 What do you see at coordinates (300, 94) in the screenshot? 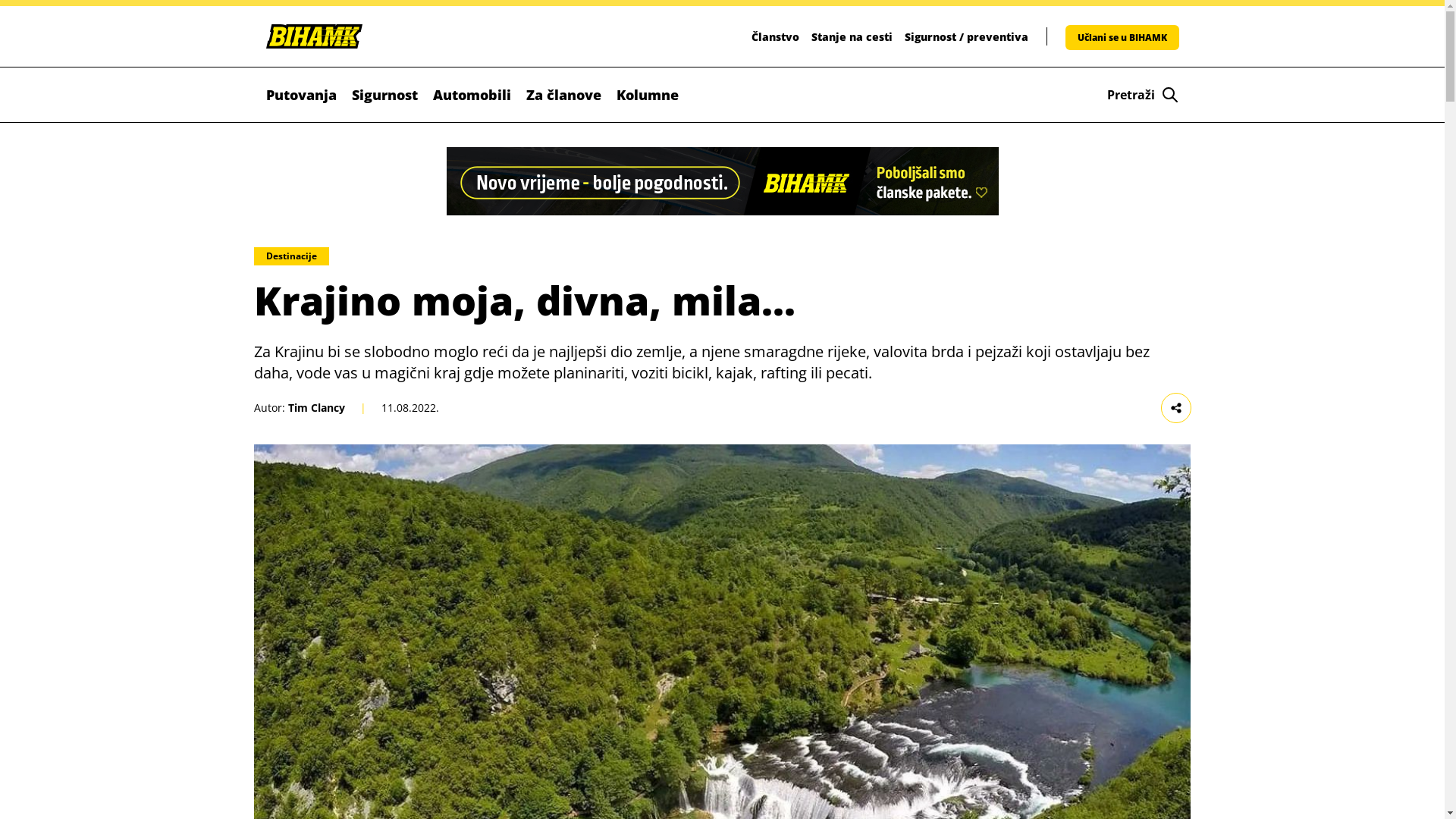
I see `'Putovanja'` at bounding box center [300, 94].